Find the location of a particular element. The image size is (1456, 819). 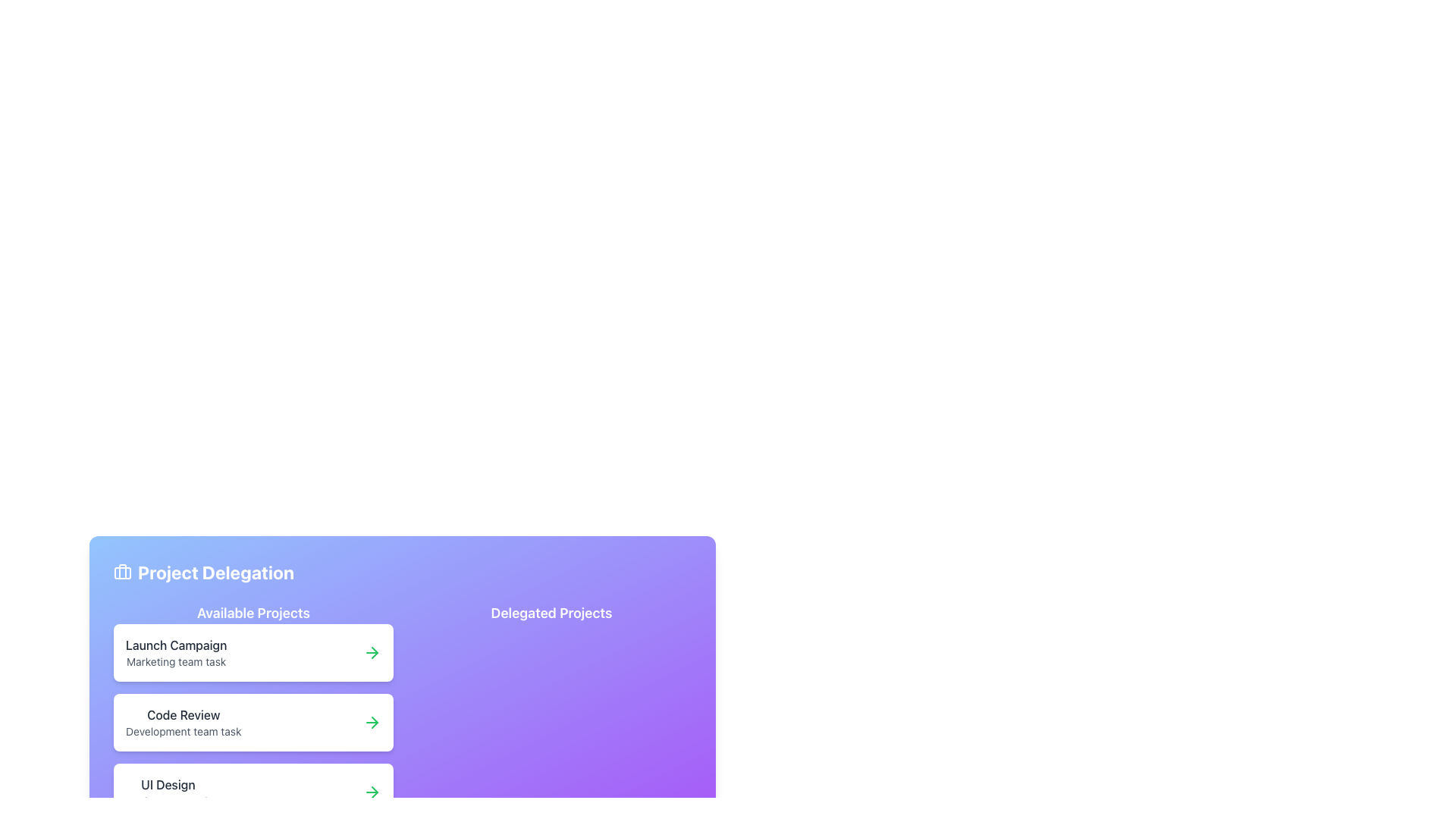

the rightward-pointing arrow icon next to the 'Code Review' task entry under 'Available Projects' to indicate forward navigation or additional details is located at coordinates (375, 651).